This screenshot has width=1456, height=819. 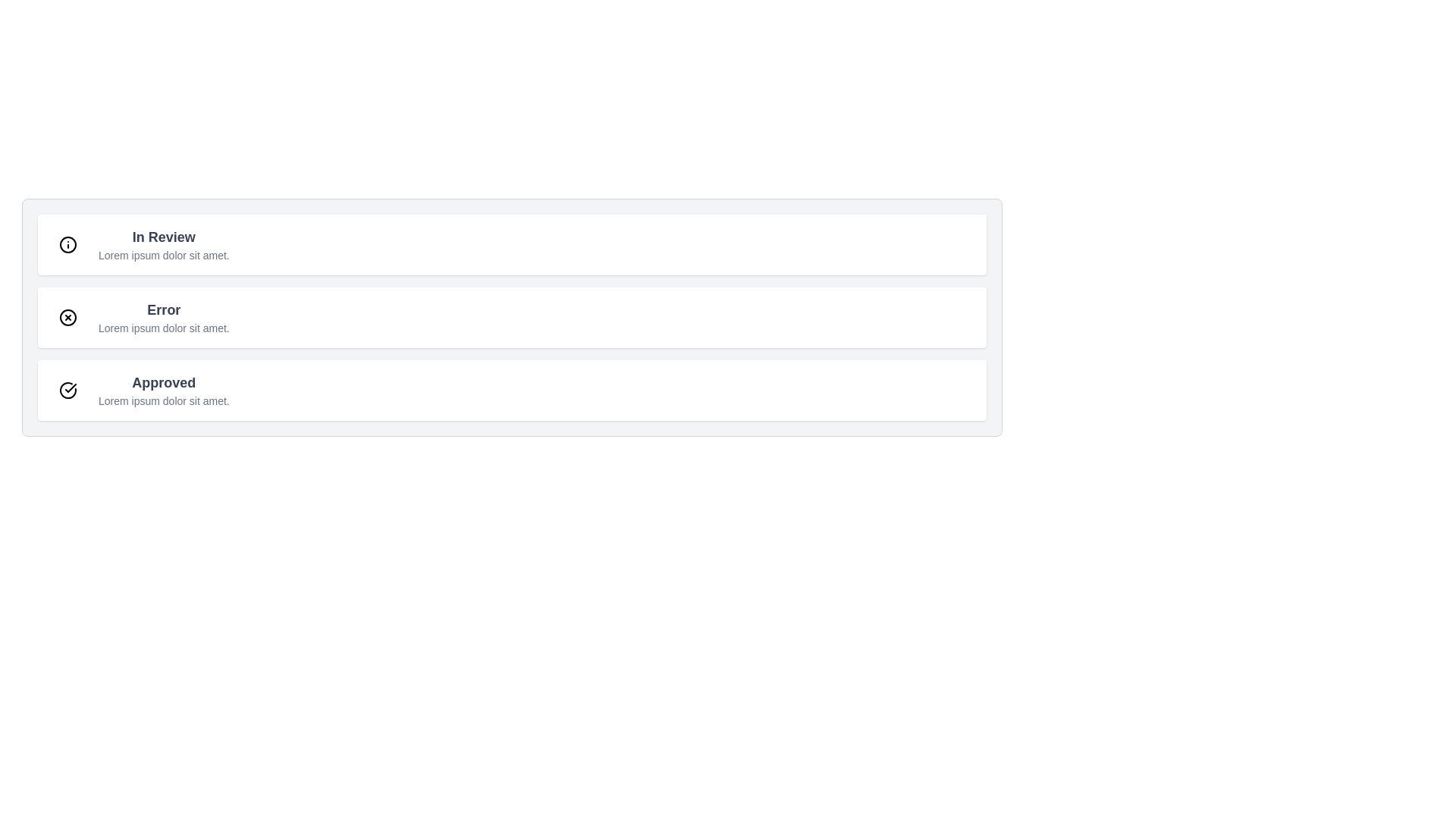 I want to click on the SVG Circle element that serves as a circular boundary for the top icon in a vertical list of status indicators, so click(x=67, y=244).